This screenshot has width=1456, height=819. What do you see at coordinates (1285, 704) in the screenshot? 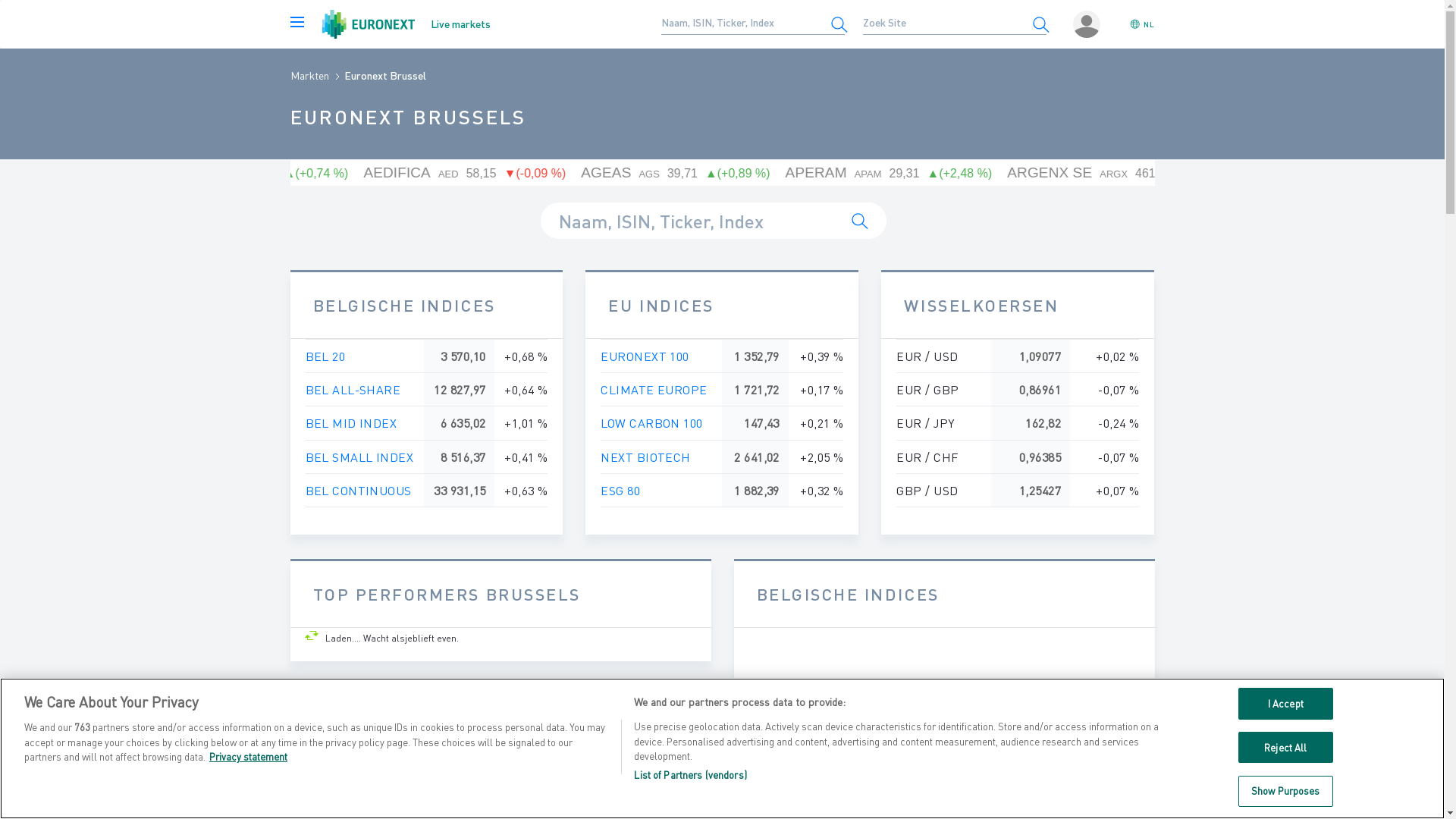
I see `'I Accept'` at bounding box center [1285, 704].